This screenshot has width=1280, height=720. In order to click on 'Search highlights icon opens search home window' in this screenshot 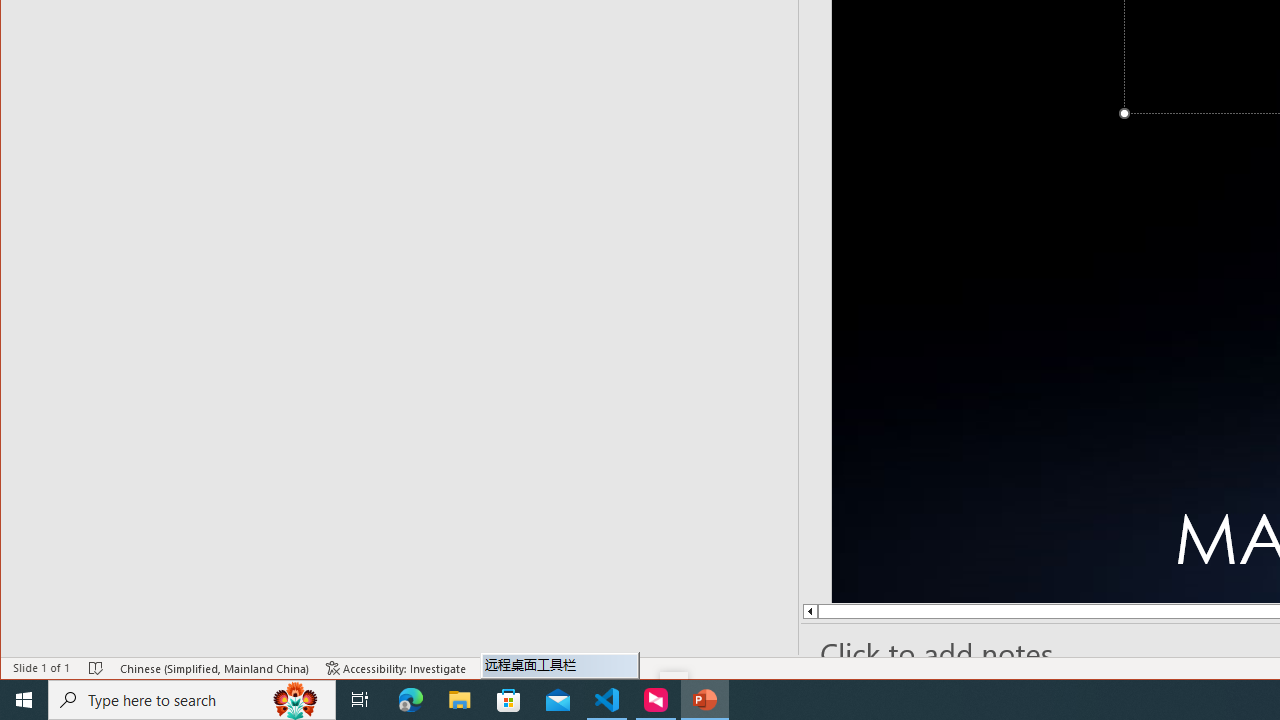, I will do `click(294, 698)`.